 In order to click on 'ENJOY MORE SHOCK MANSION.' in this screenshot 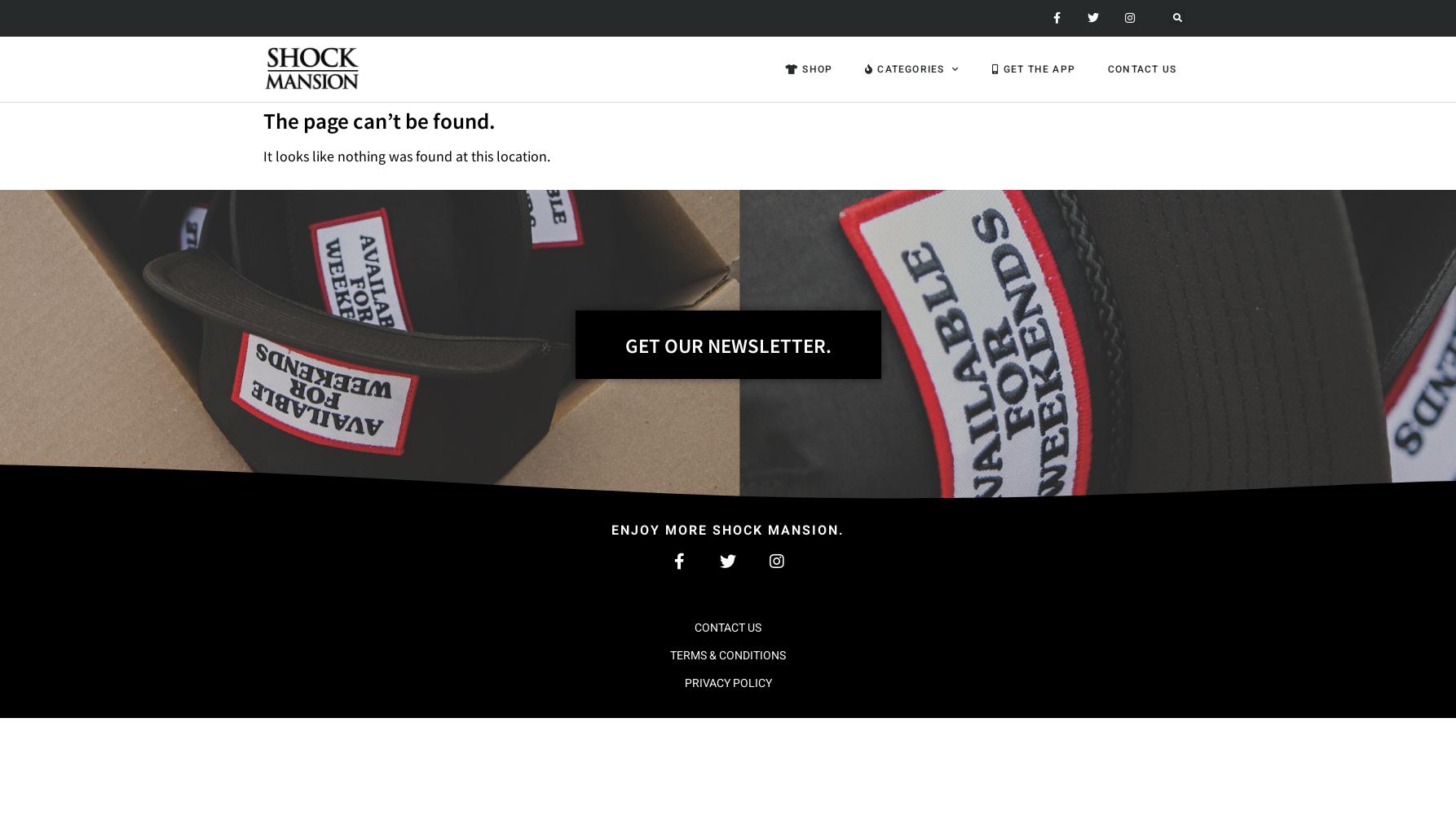, I will do `click(610, 530)`.